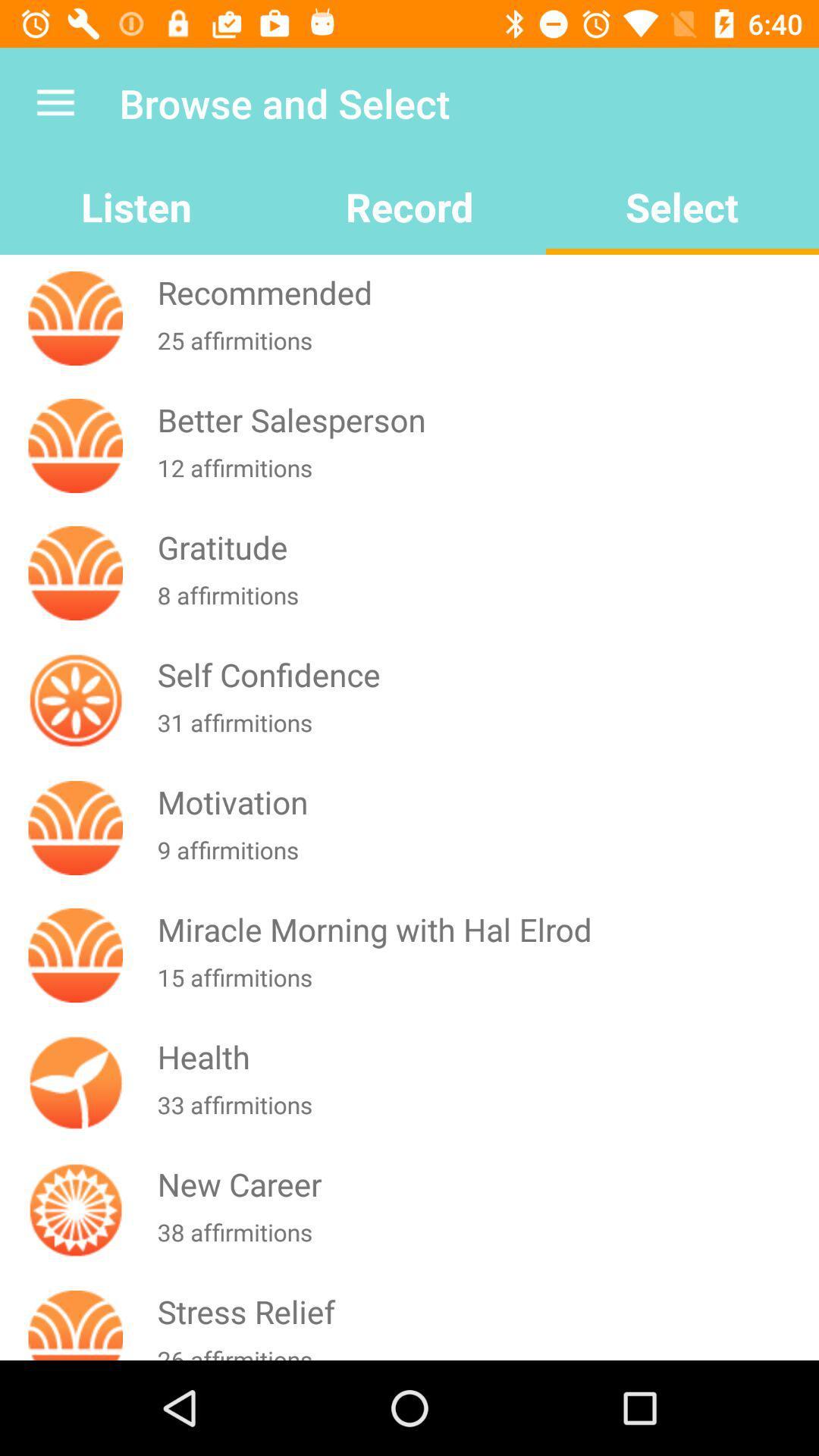 The width and height of the screenshot is (819, 1456). Describe the element at coordinates (485, 292) in the screenshot. I see `the recommended icon` at that location.